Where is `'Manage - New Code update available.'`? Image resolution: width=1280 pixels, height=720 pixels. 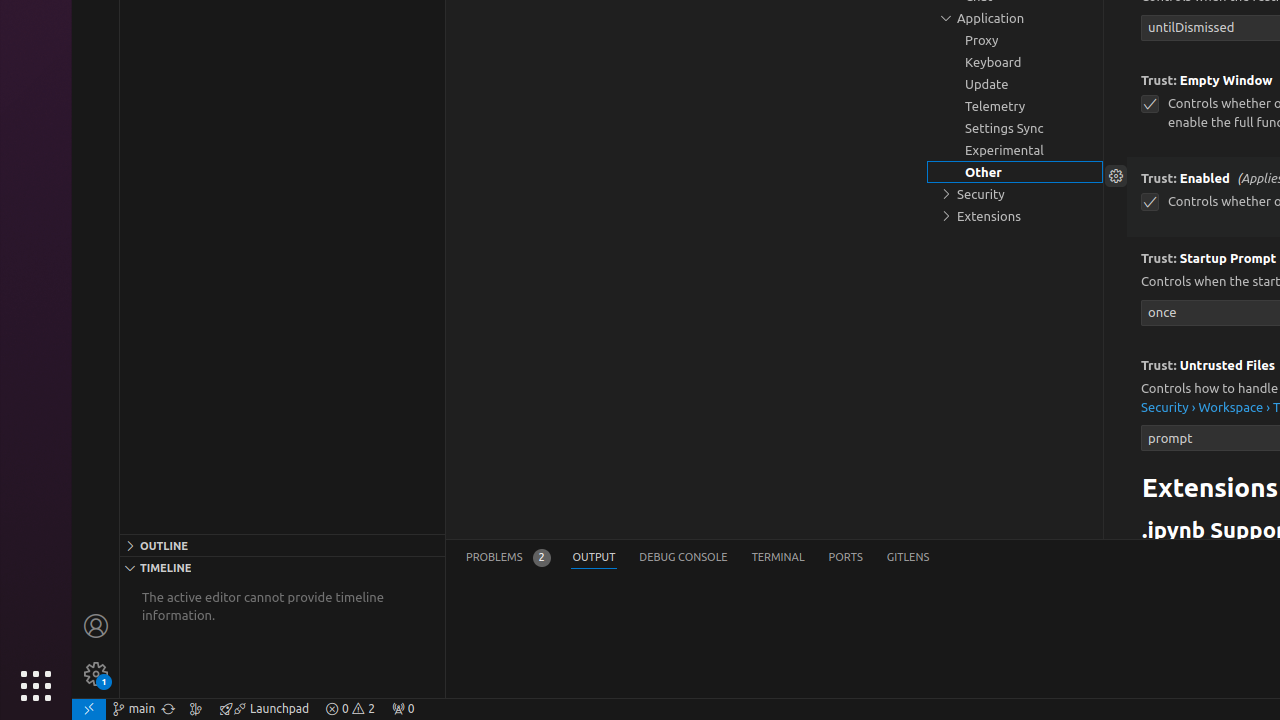
'Manage - New Code update available.' is located at coordinates (95, 673).